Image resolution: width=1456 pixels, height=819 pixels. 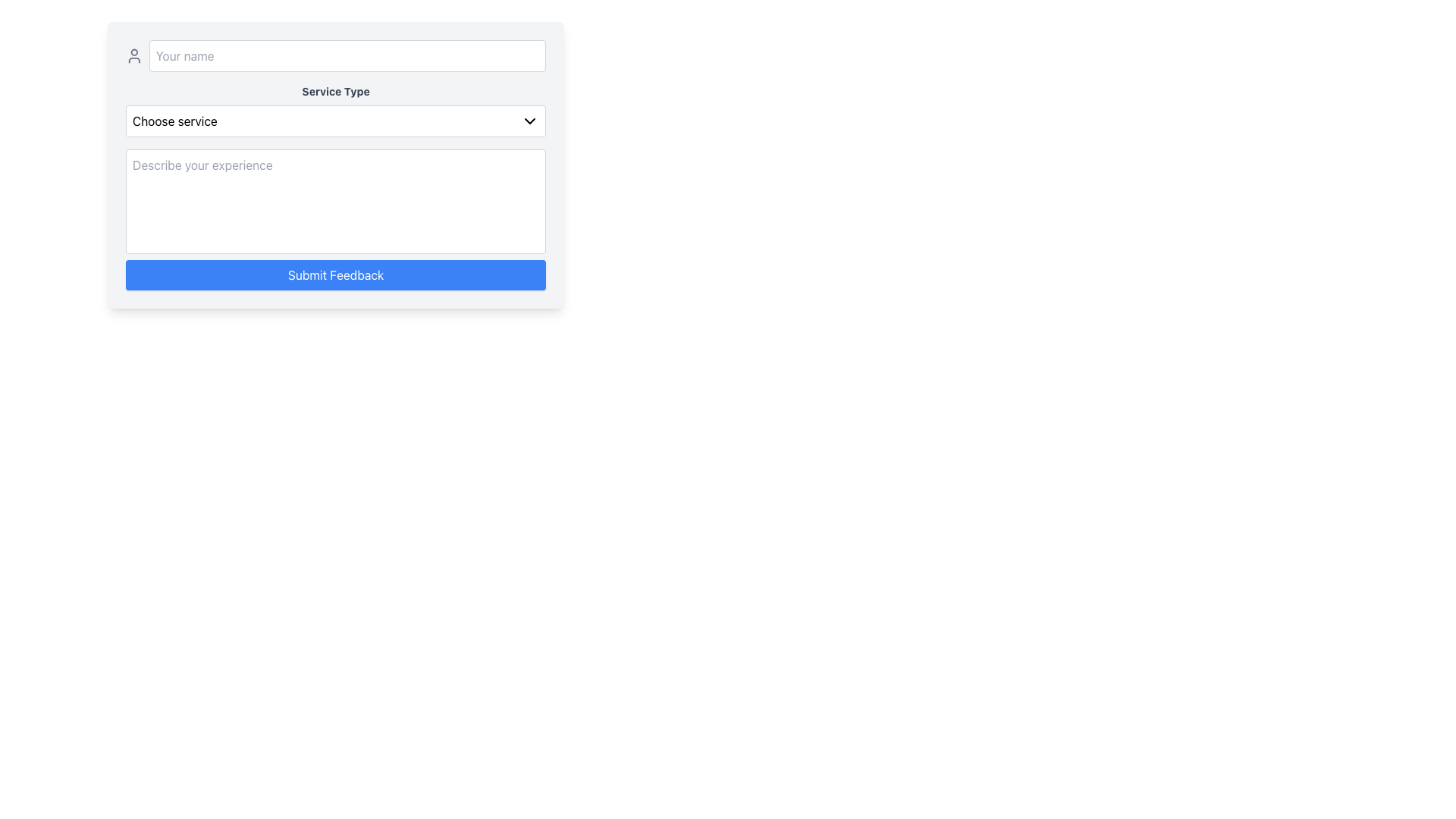 What do you see at coordinates (335, 275) in the screenshot?
I see `the feedback submission button located at the bottom of the form` at bounding box center [335, 275].